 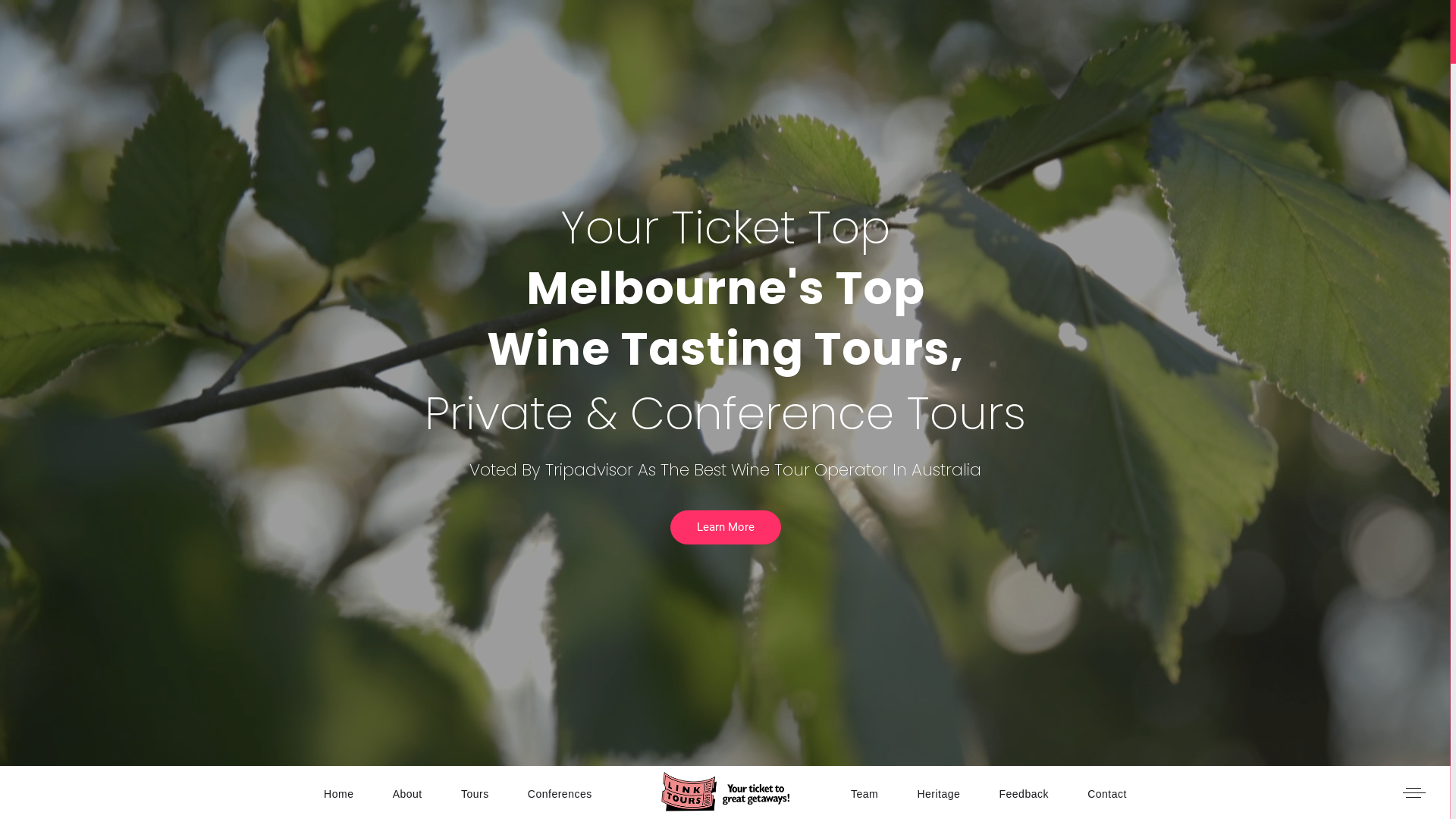 What do you see at coordinates (528, 792) in the screenshot?
I see `'Conferences'` at bounding box center [528, 792].